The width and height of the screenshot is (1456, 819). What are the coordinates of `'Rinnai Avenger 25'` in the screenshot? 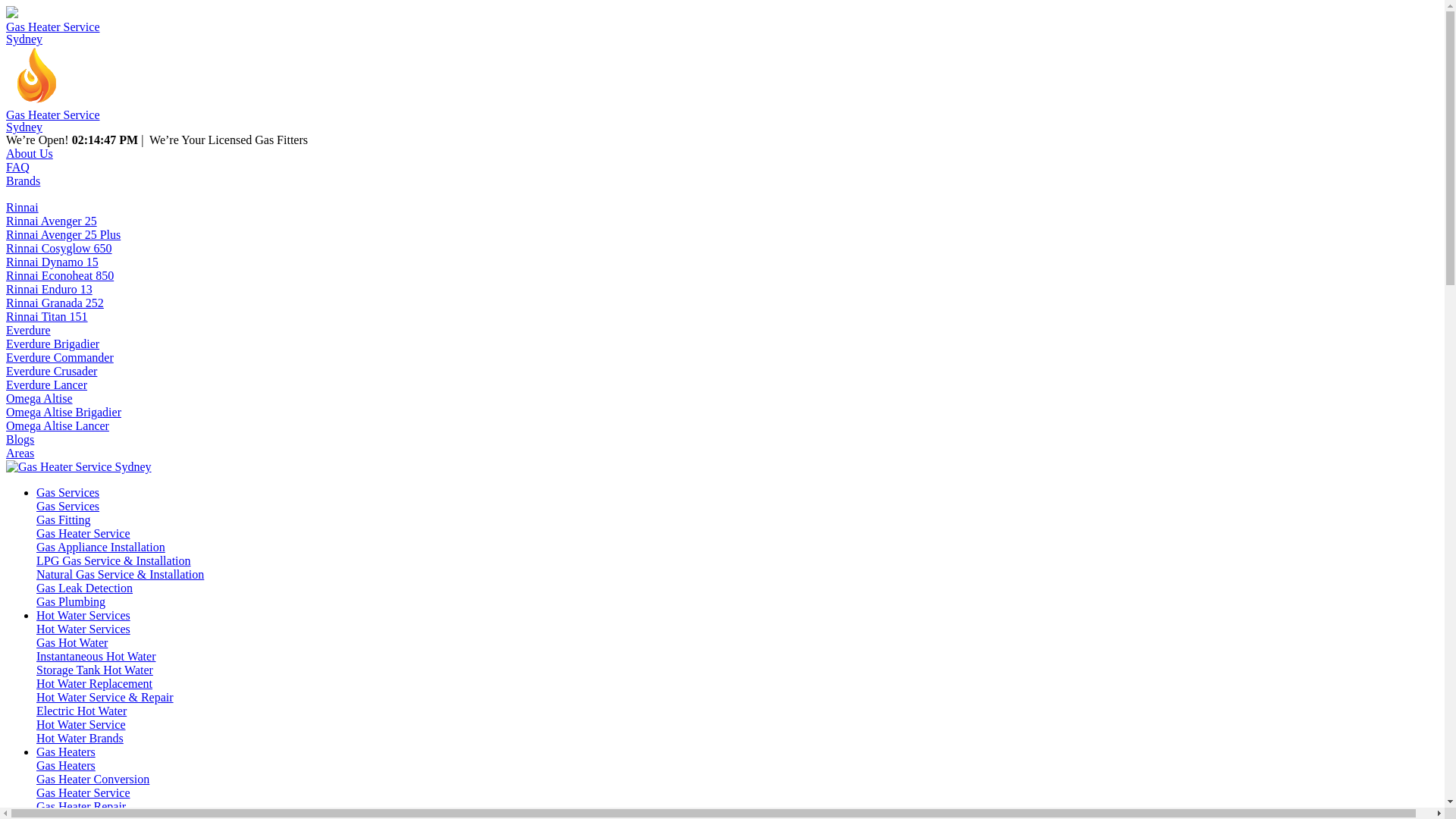 It's located at (51, 221).